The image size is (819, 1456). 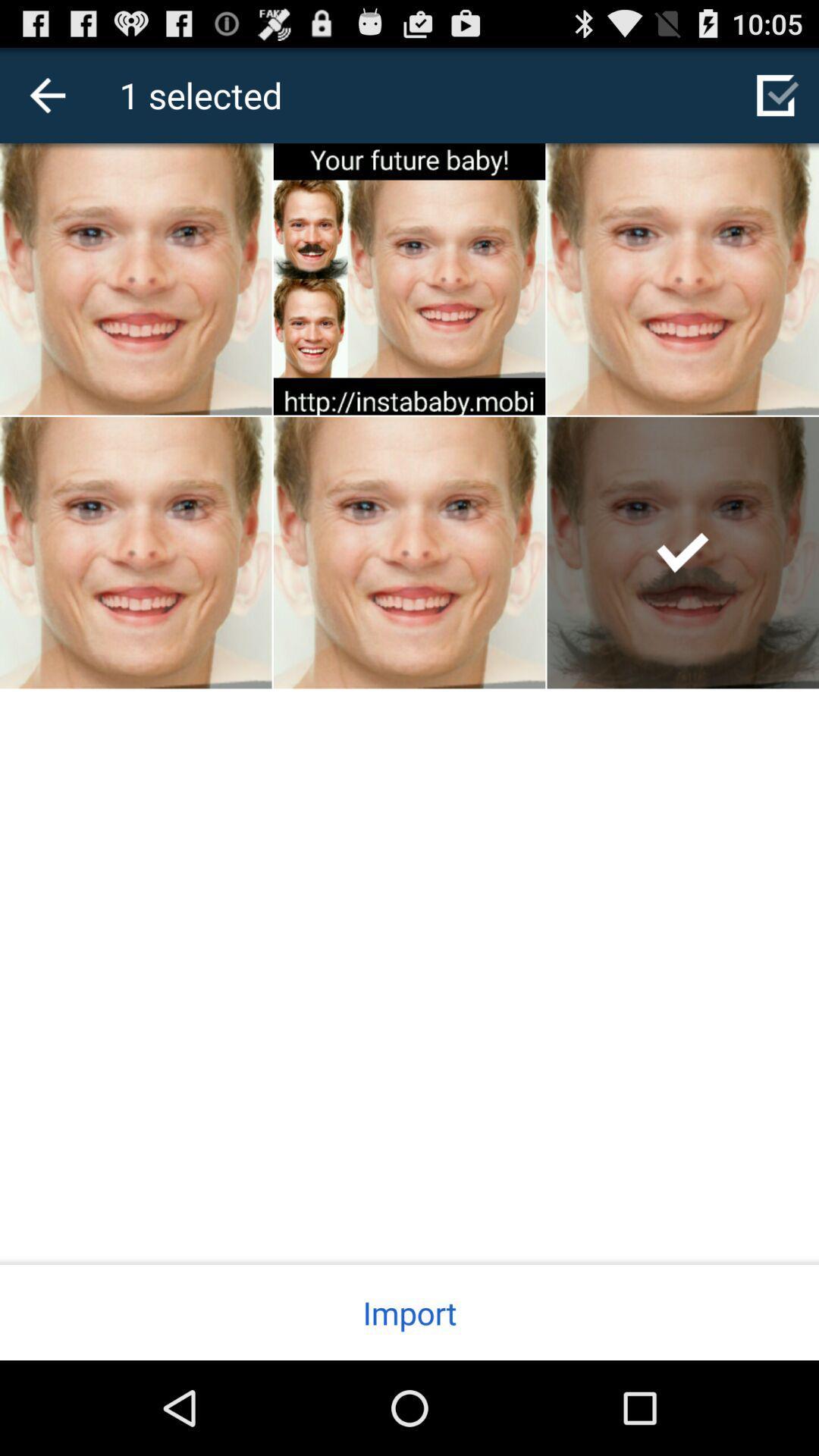 What do you see at coordinates (683, 552) in the screenshot?
I see `the image below right button` at bounding box center [683, 552].